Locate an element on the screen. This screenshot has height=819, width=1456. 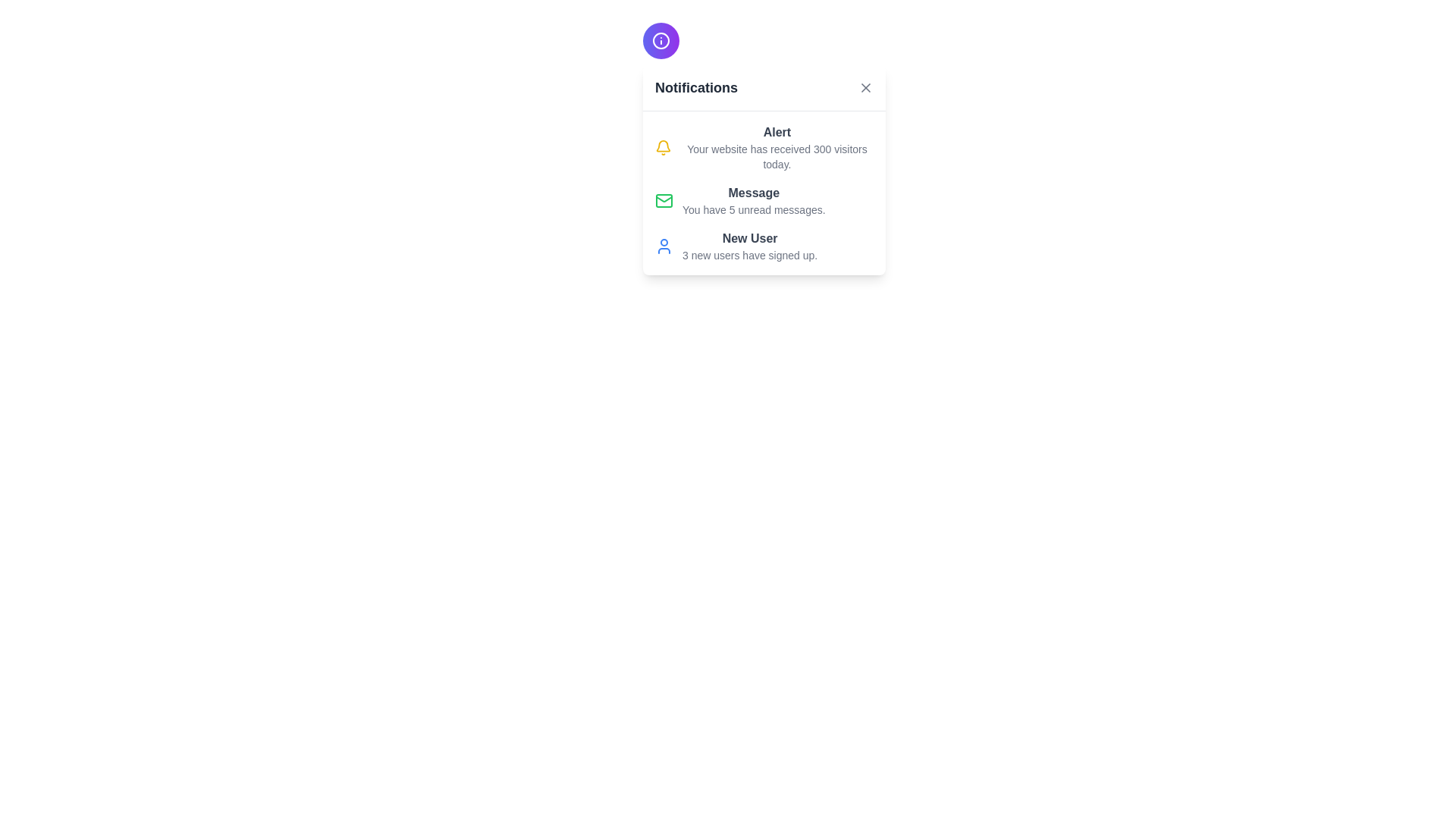
the close icon located near the top right of the notification panel is located at coordinates (866, 87).